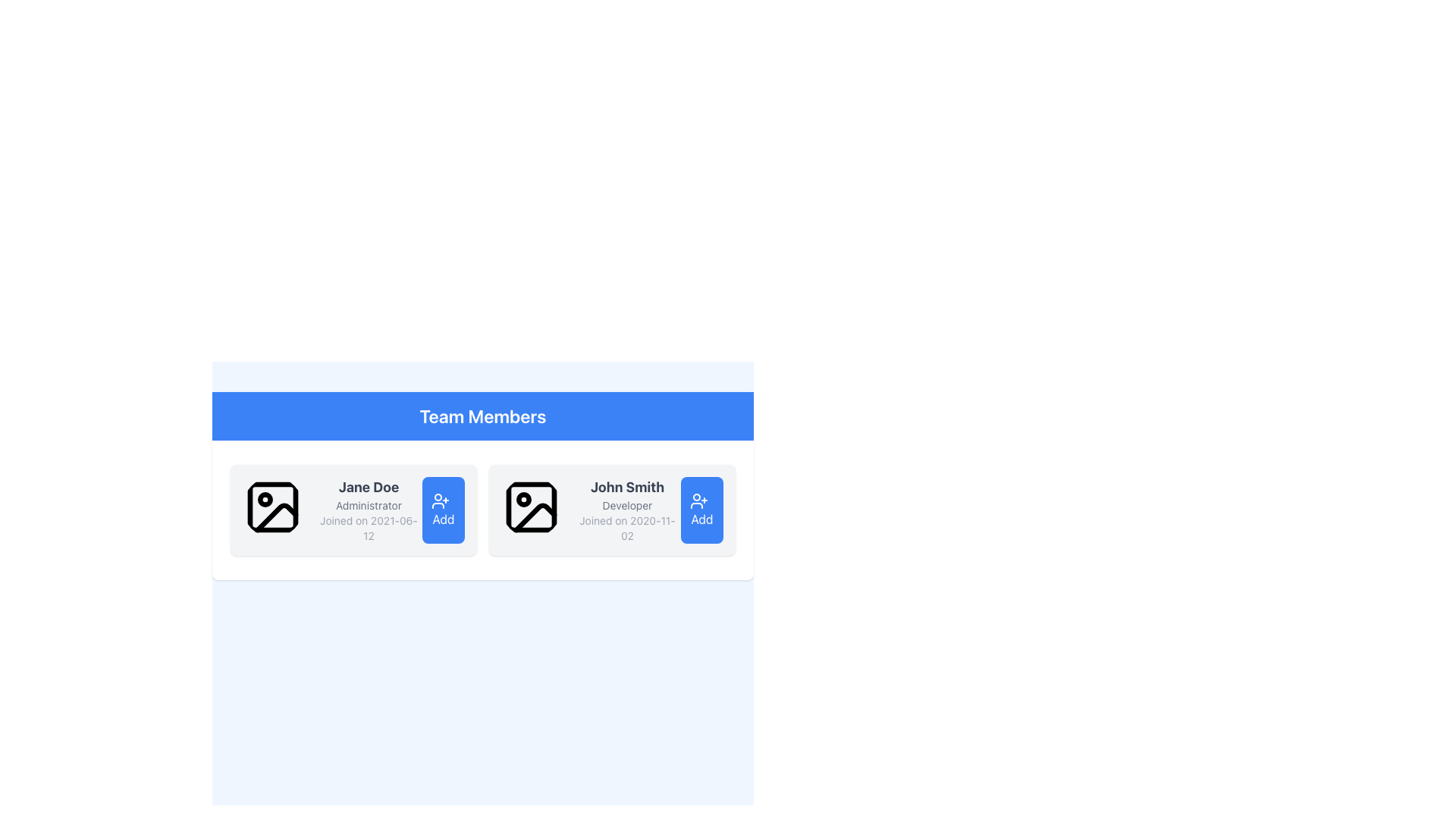  What do you see at coordinates (273, 507) in the screenshot?
I see `the Image Icon representing Jane Doe's profile picture located in the upper-left corner of her profile card` at bounding box center [273, 507].